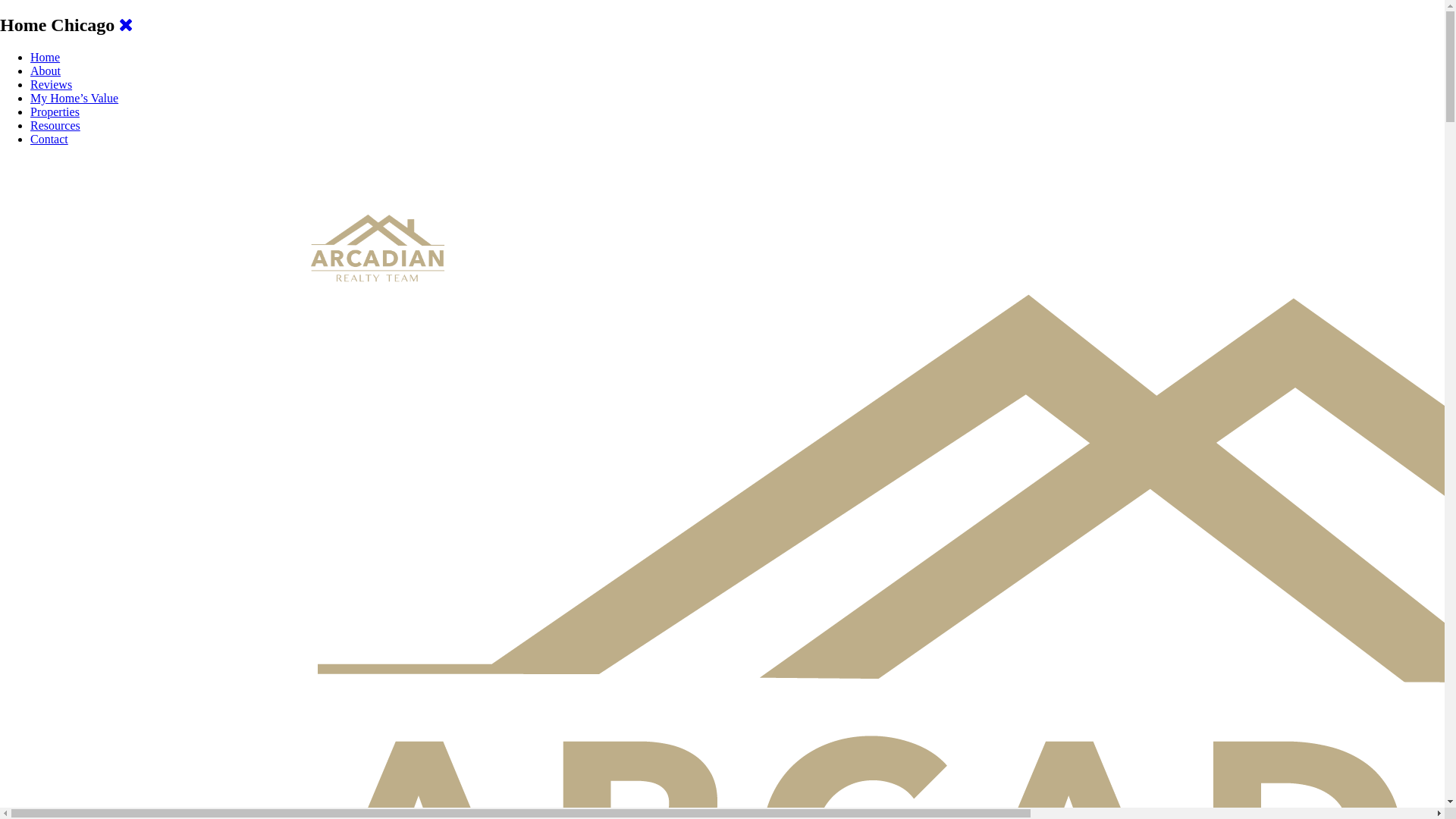 The height and width of the screenshot is (819, 1456). I want to click on 'Properties', so click(55, 111).